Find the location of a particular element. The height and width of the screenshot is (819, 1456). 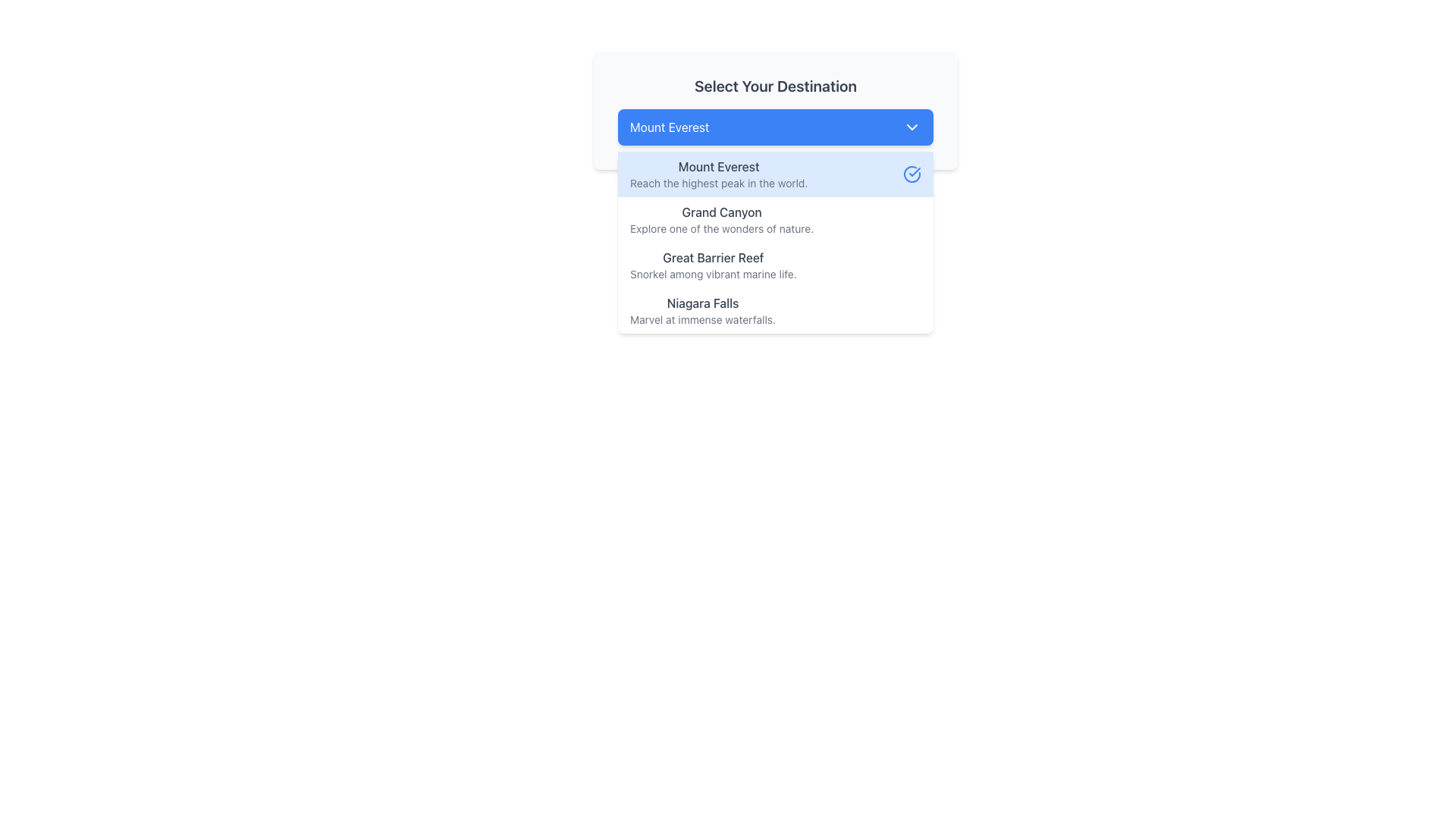

to select the fourth entry in the dropdown menu representing 'Niagara Falls' is located at coordinates (775, 309).